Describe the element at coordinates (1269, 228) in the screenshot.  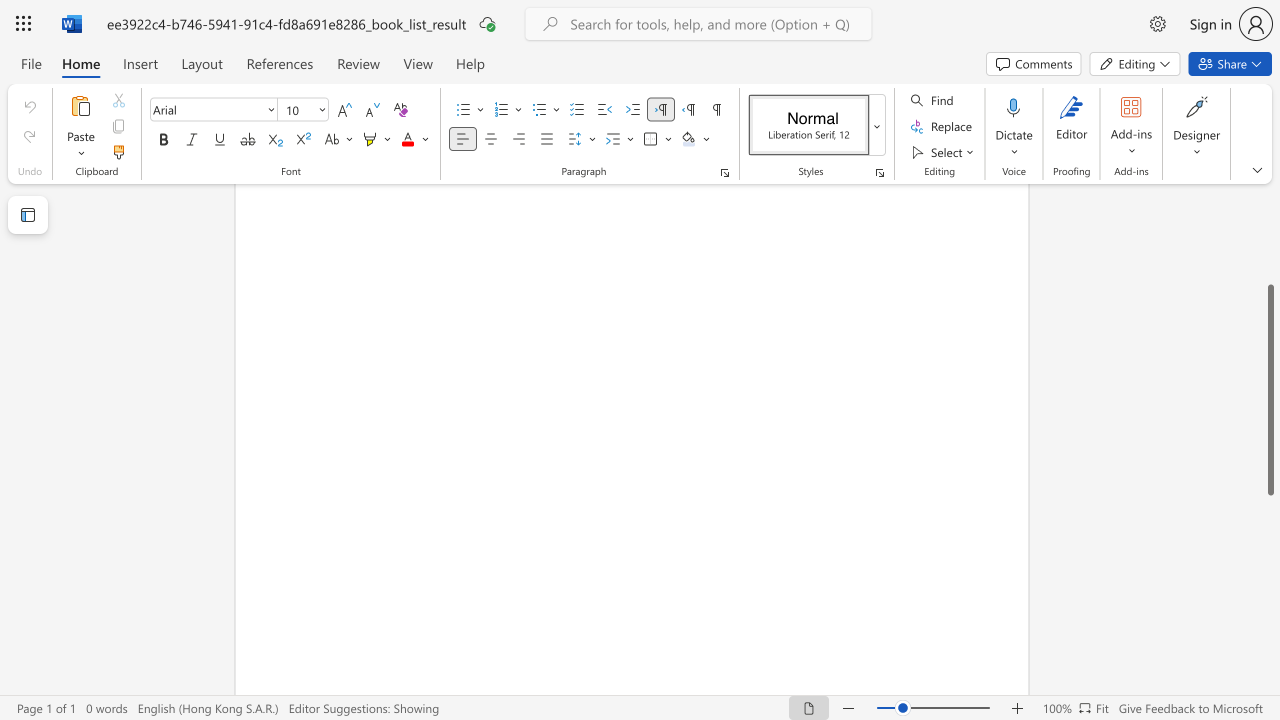
I see `the scrollbar on the right to move the page upward` at that location.